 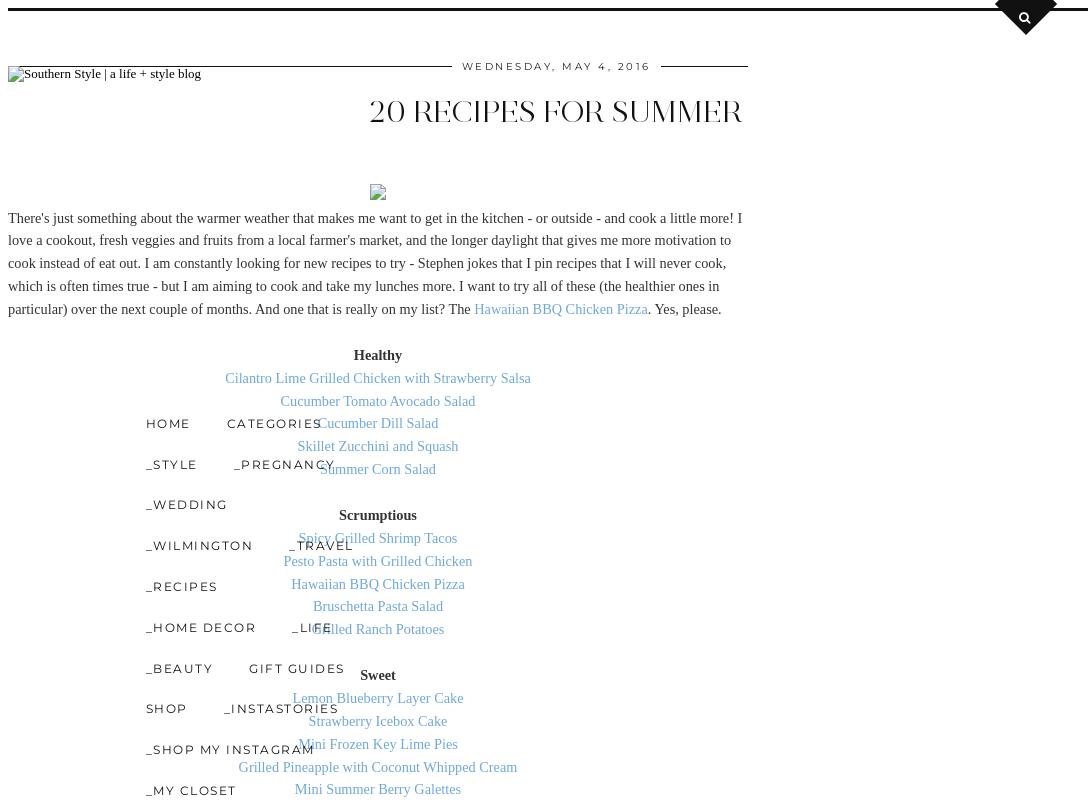 I want to click on 'Cucumber Dill Salad', so click(x=377, y=422).